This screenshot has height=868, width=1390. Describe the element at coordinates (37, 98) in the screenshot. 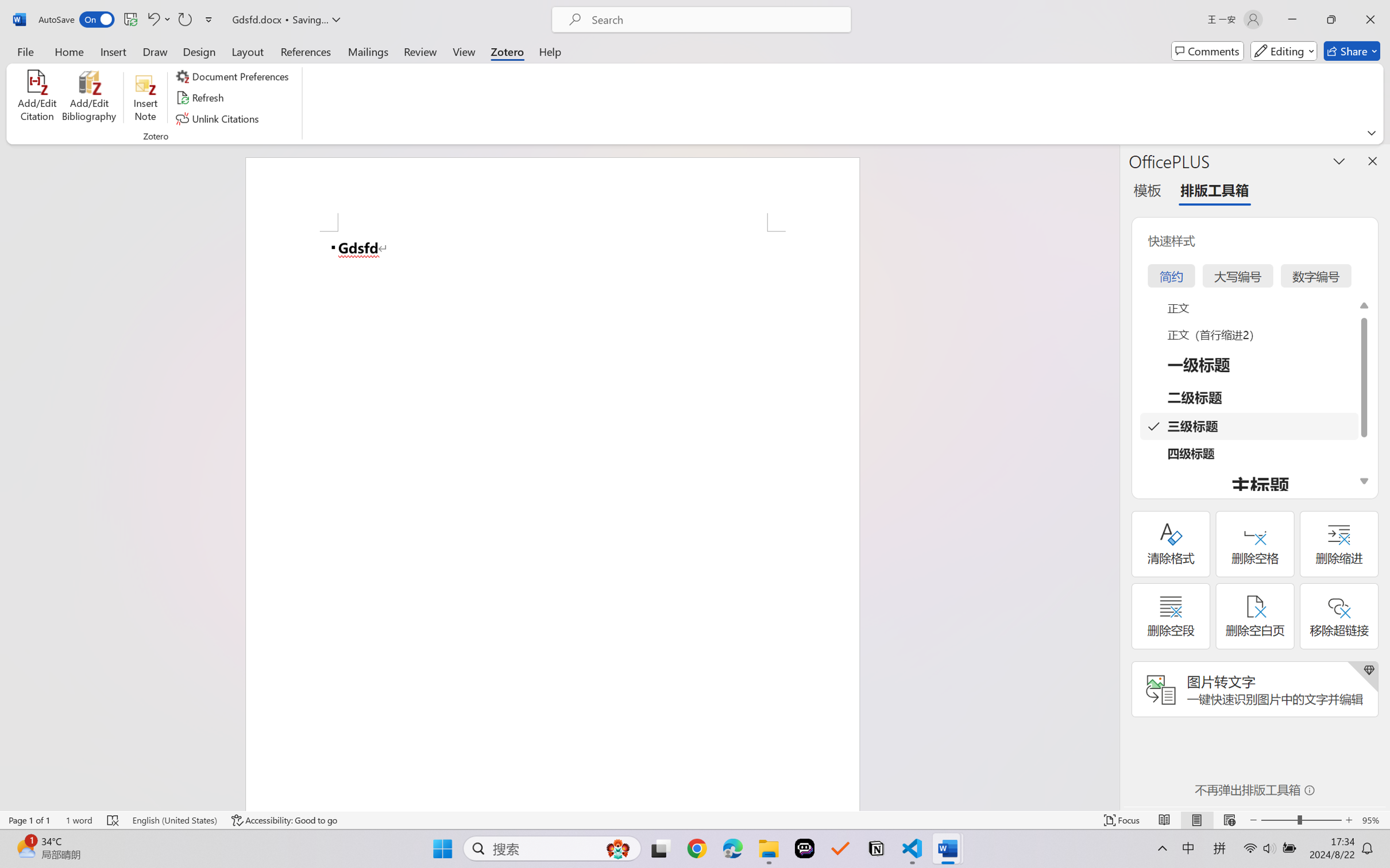

I see `'Add/Edit Citation'` at that location.